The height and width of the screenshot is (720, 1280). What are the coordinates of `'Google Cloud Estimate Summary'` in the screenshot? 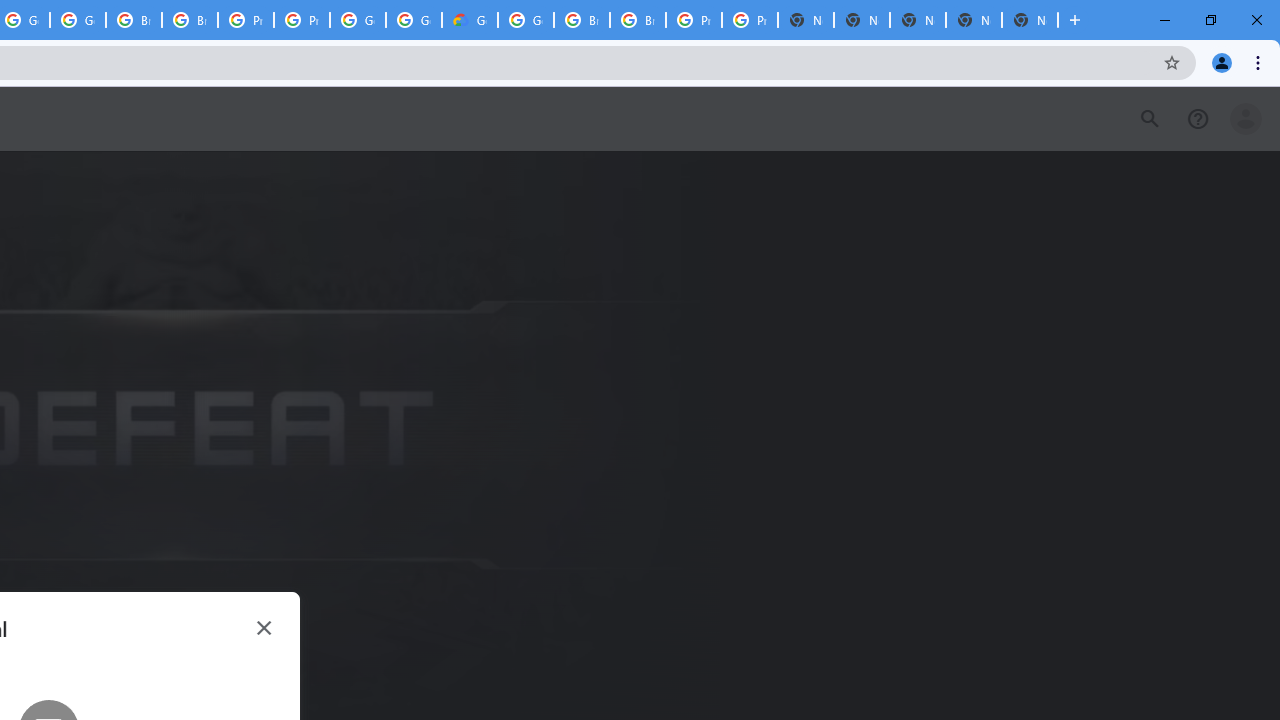 It's located at (468, 20).